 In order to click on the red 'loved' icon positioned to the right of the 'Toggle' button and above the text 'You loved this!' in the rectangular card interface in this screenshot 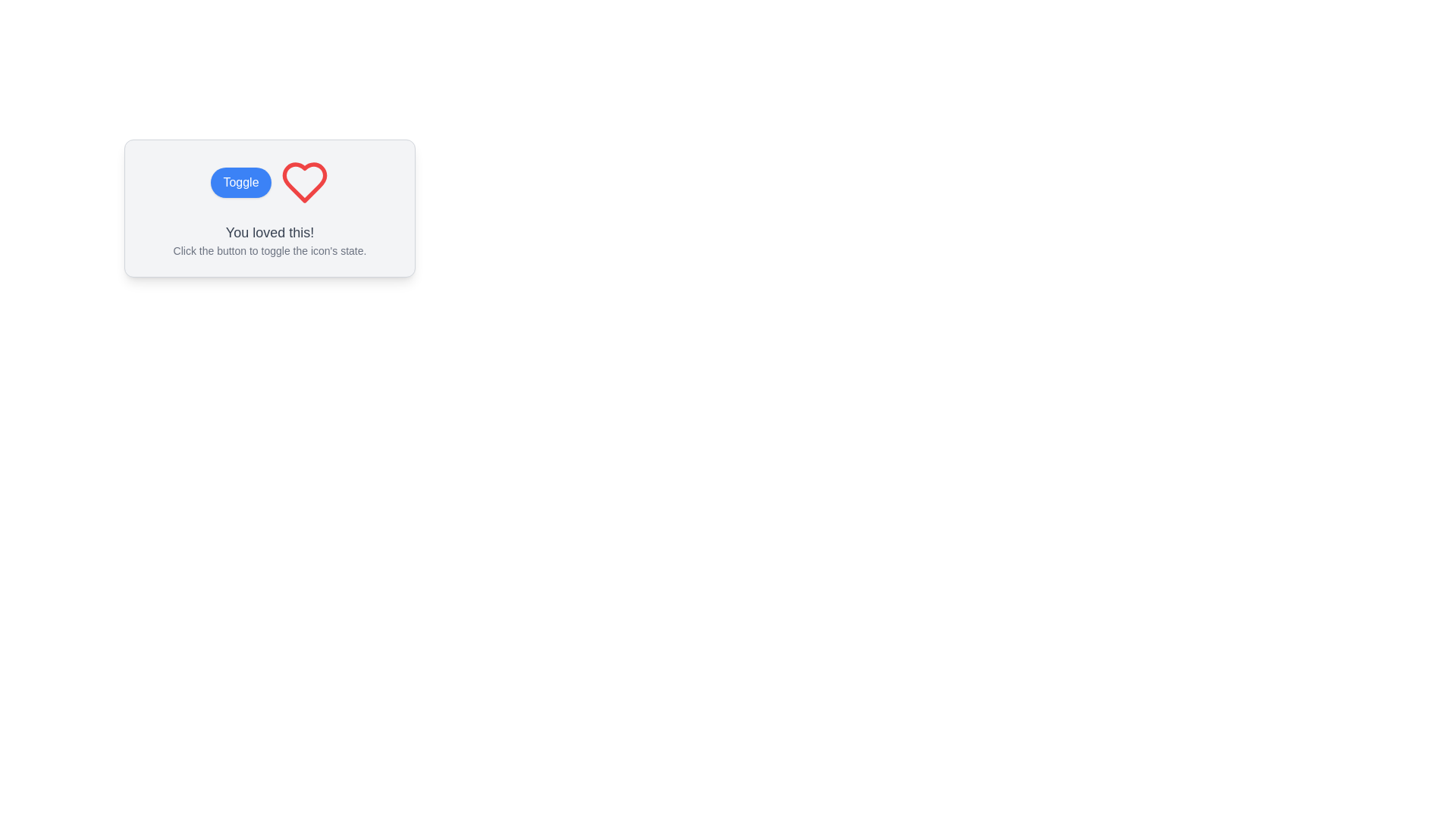, I will do `click(303, 181)`.